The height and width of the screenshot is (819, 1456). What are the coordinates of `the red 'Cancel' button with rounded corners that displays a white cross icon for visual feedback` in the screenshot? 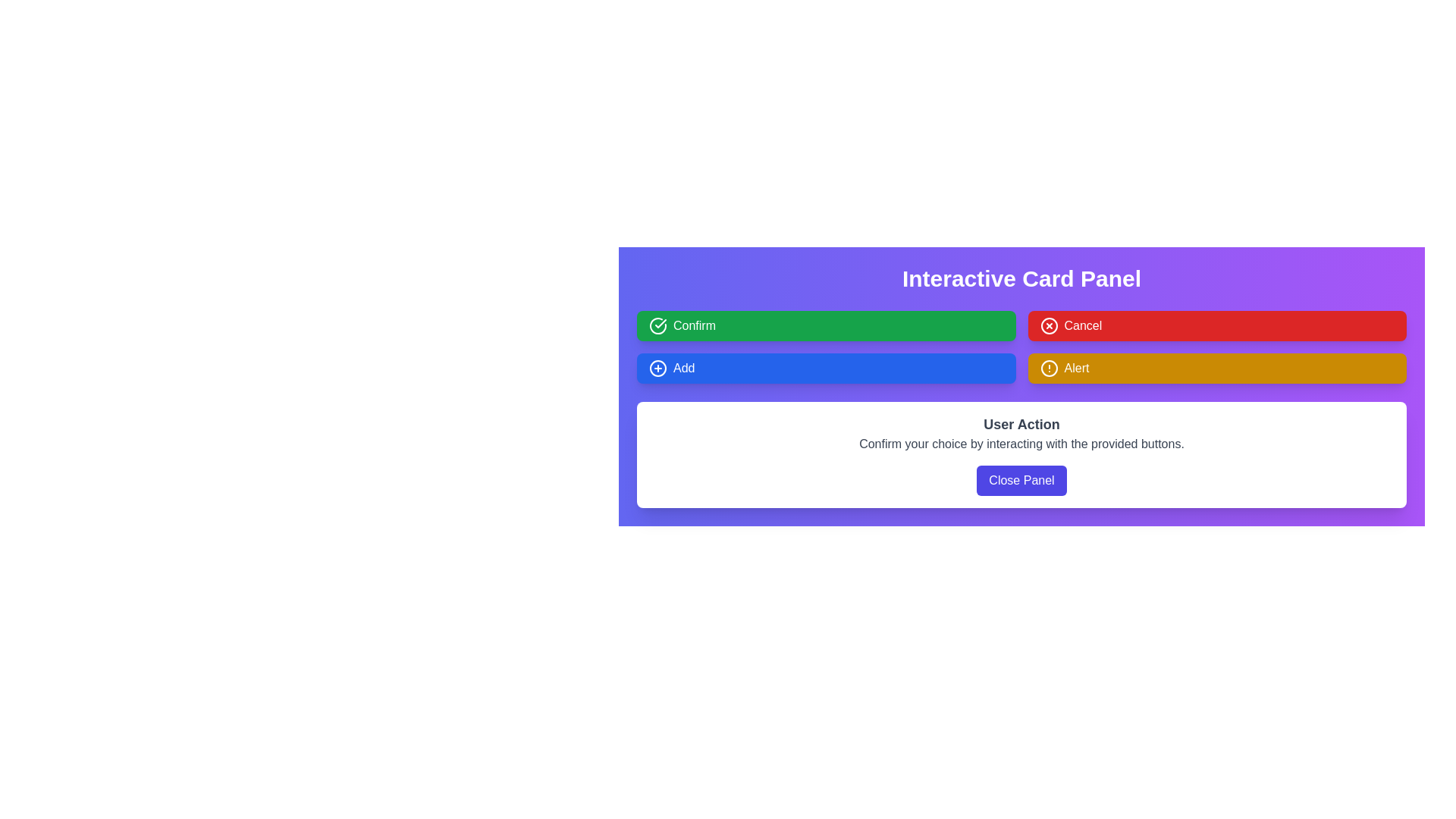 It's located at (1217, 325).